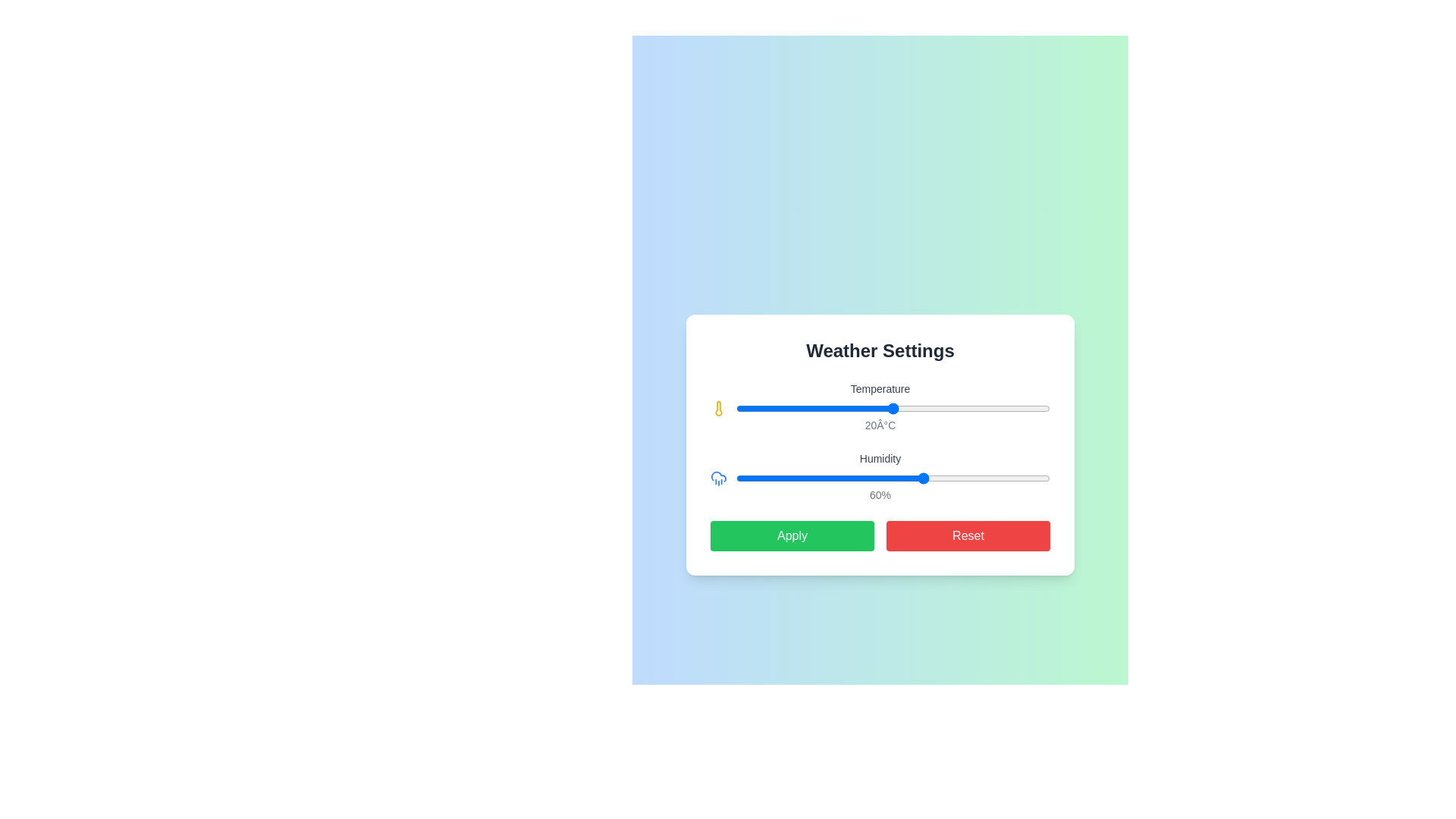 Image resolution: width=1456 pixels, height=819 pixels. I want to click on the text label displaying '20°C' located below the temperature slider in the 'Weather Settings' interface, so click(880, 425).